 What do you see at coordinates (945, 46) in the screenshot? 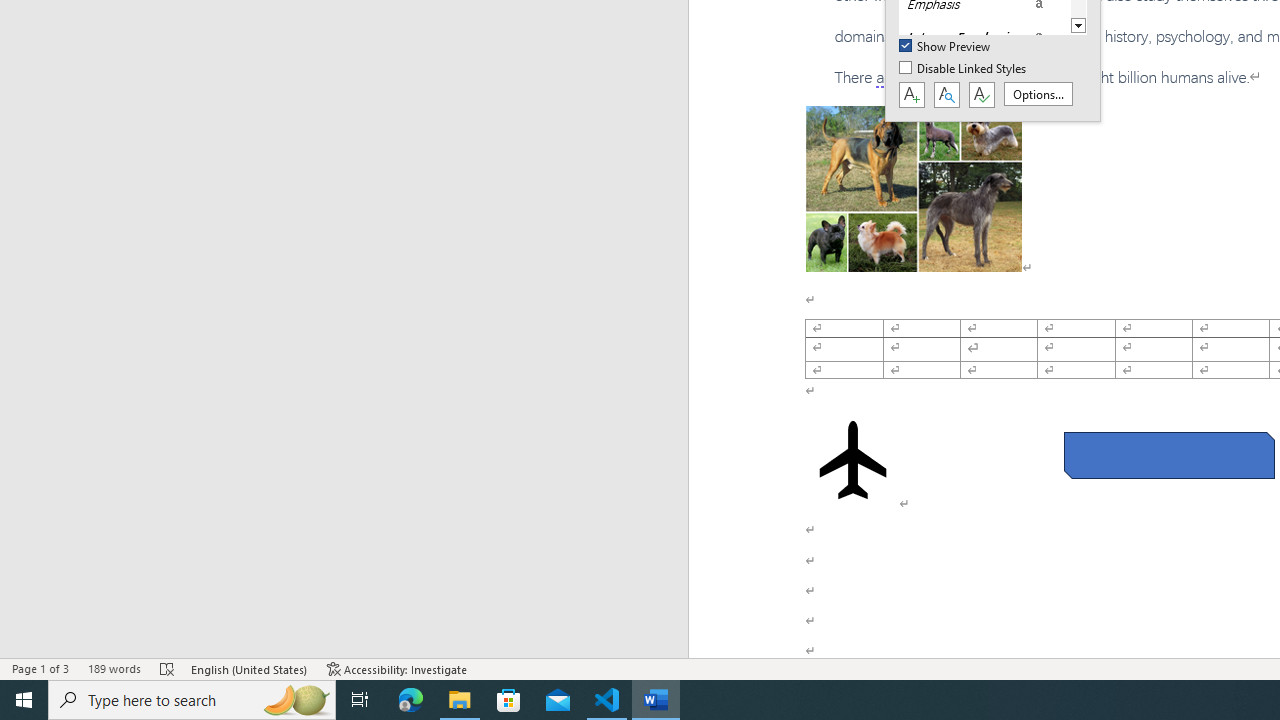
I see `'Show Preview'` at bounding box center [945, 46].